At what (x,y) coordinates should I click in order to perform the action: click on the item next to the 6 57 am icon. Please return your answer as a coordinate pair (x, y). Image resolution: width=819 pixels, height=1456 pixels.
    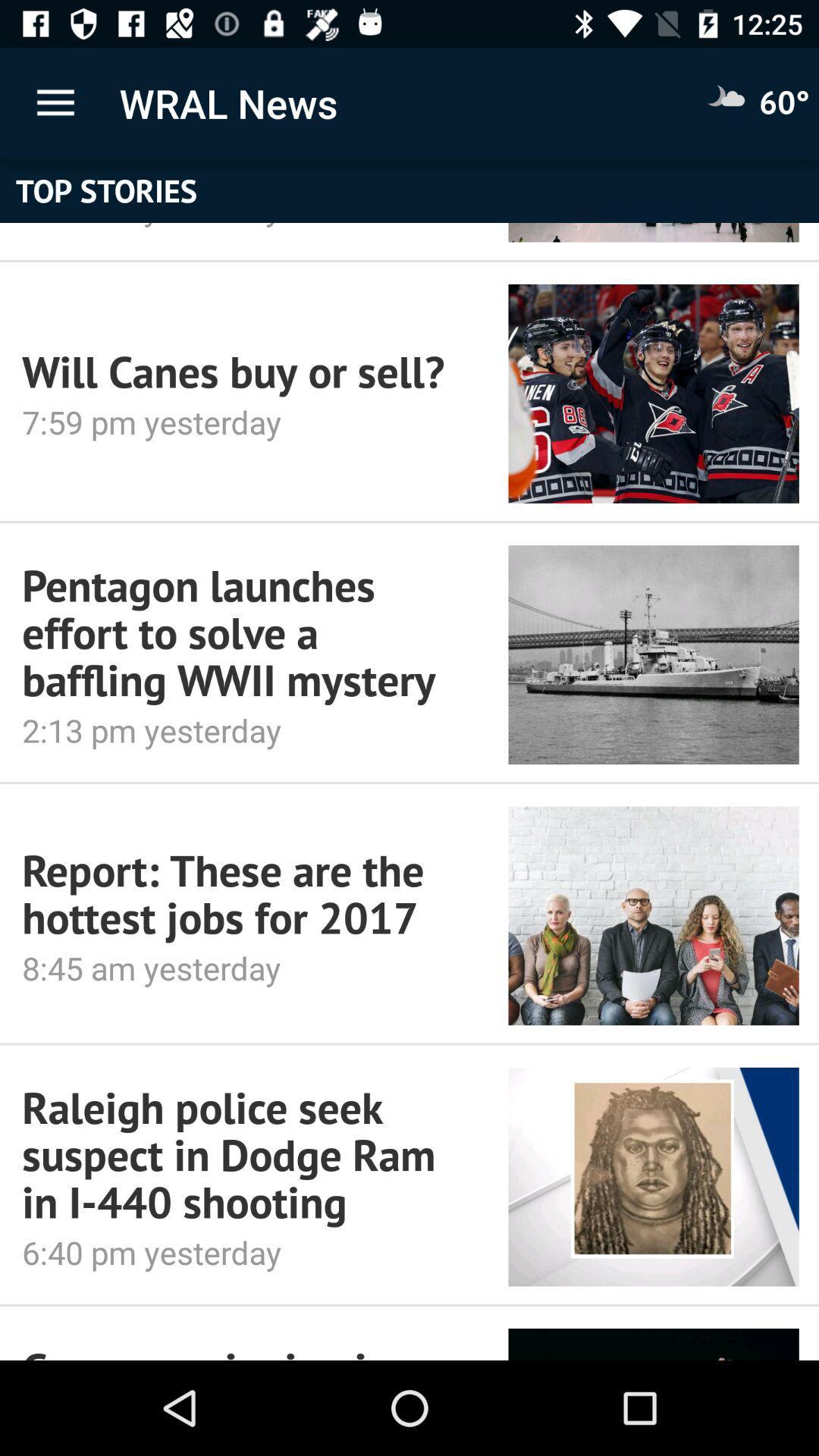
    Looking at the image, I should click on (653, 231).